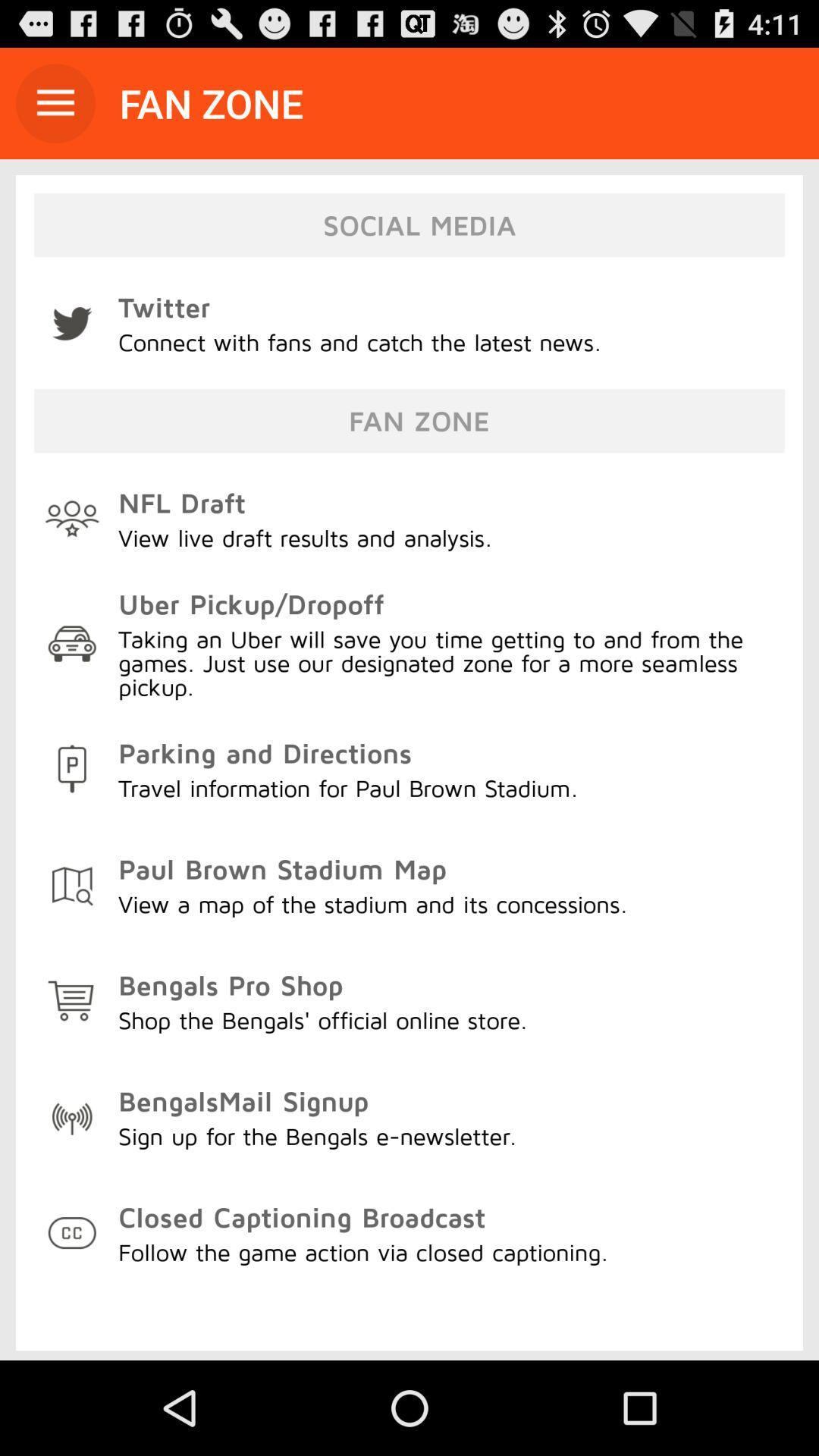 The image size is (819, 1456). I want to click on item above the twitter, so click(55, 102).